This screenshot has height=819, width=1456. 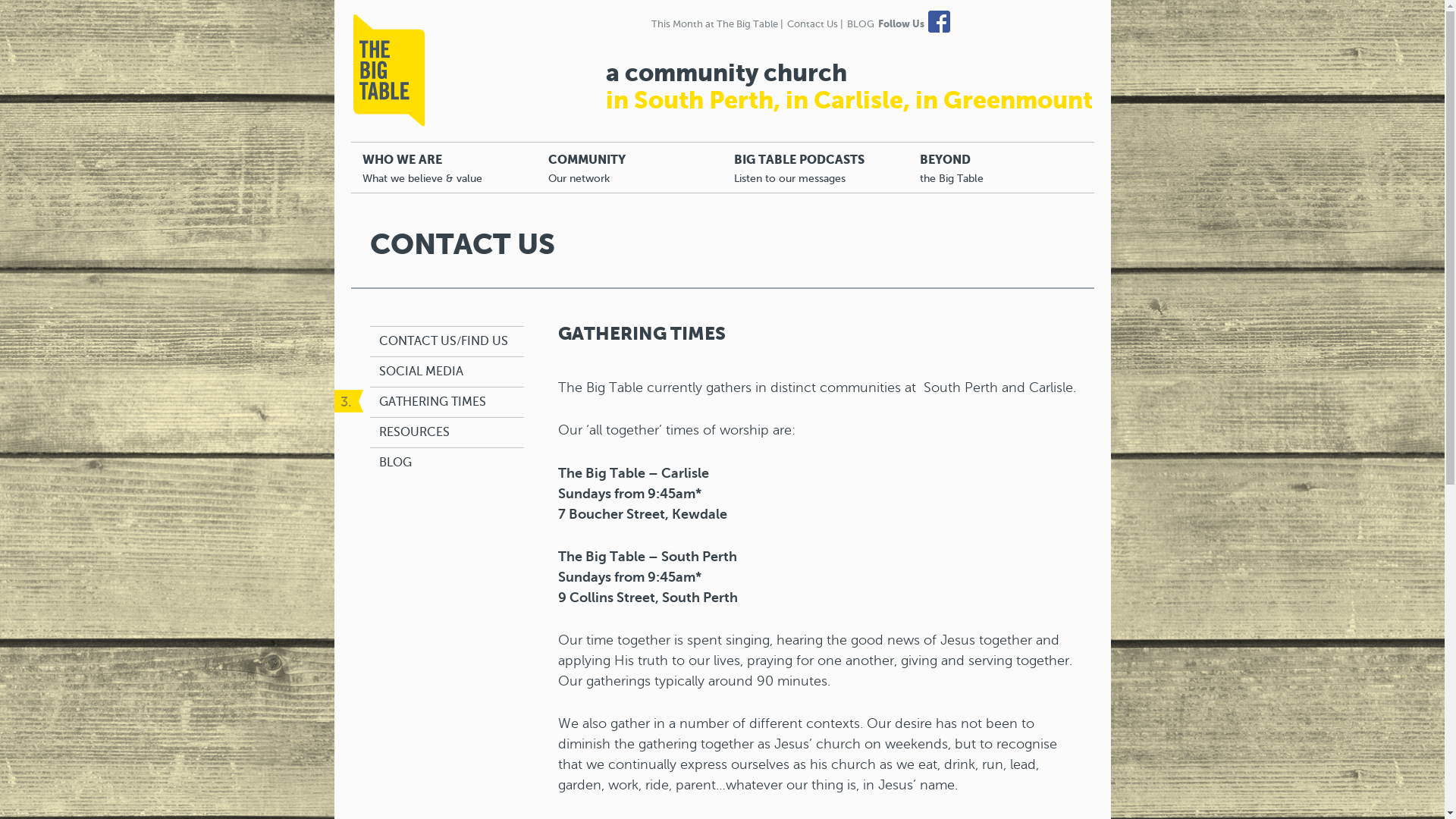 I want to click on 'RESOURCES', so click(x=378, y=432).